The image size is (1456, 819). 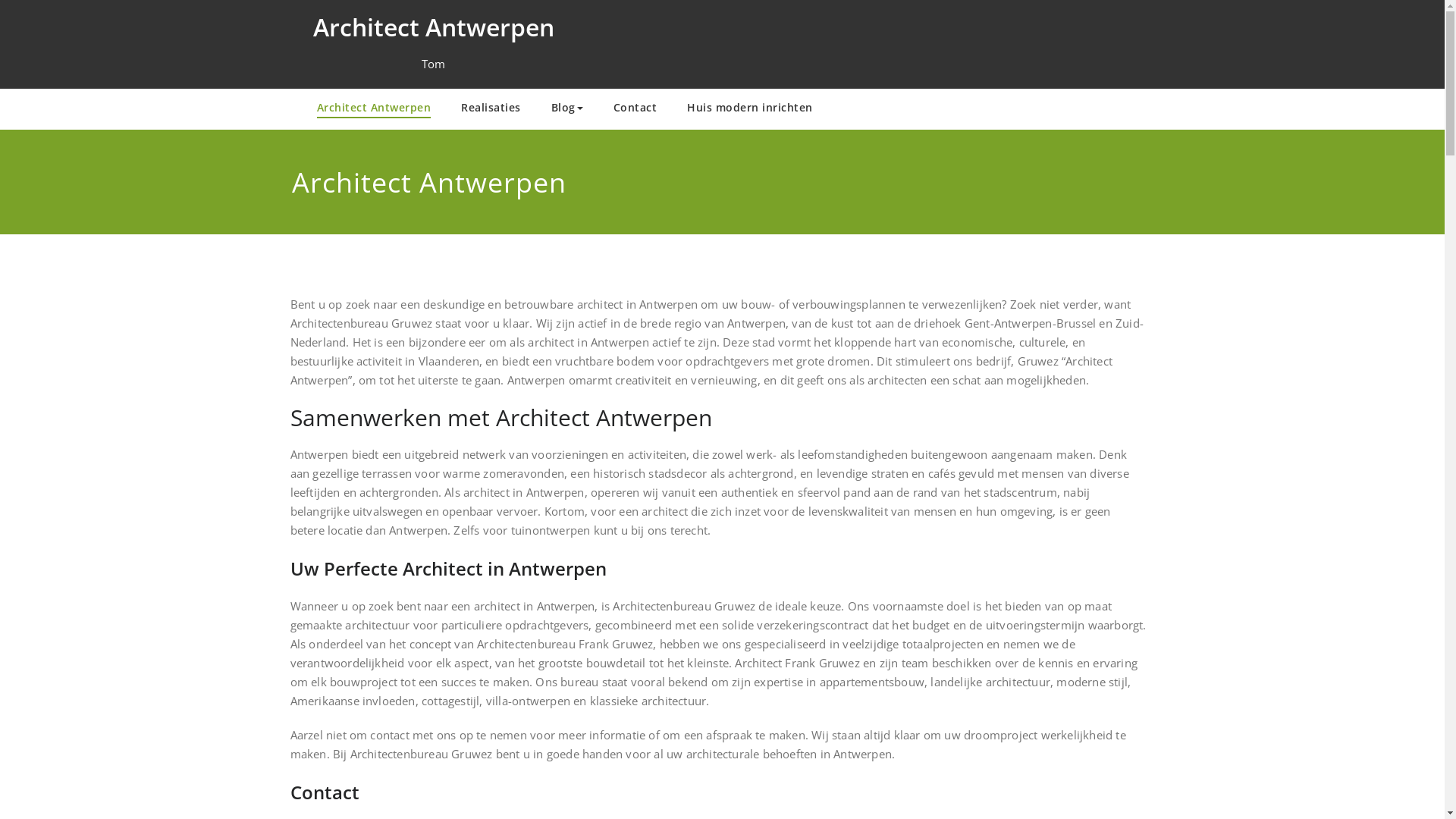 I want to click on 'Contact', so click(x=634, y=108).